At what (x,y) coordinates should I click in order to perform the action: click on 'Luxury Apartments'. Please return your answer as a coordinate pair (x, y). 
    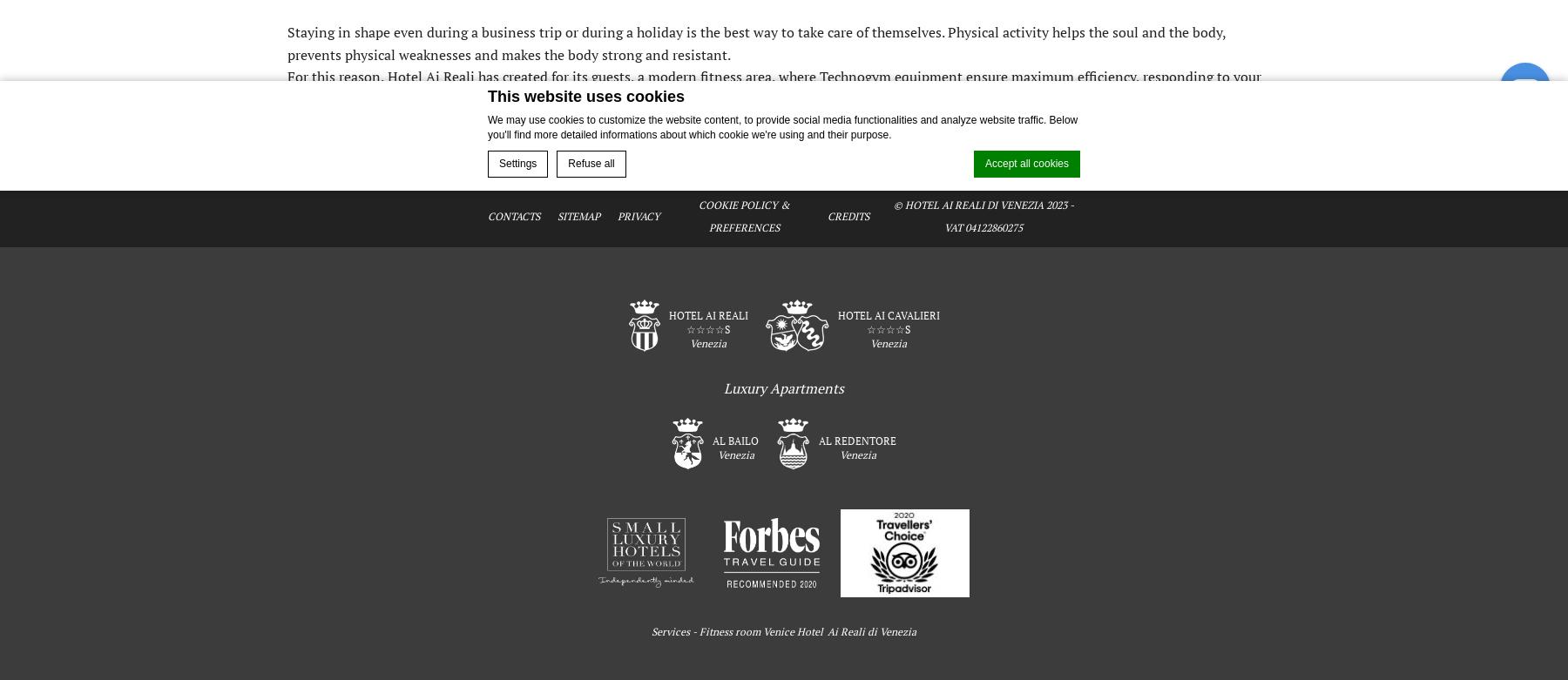
    Looking at the image, I should click on (782, 387).